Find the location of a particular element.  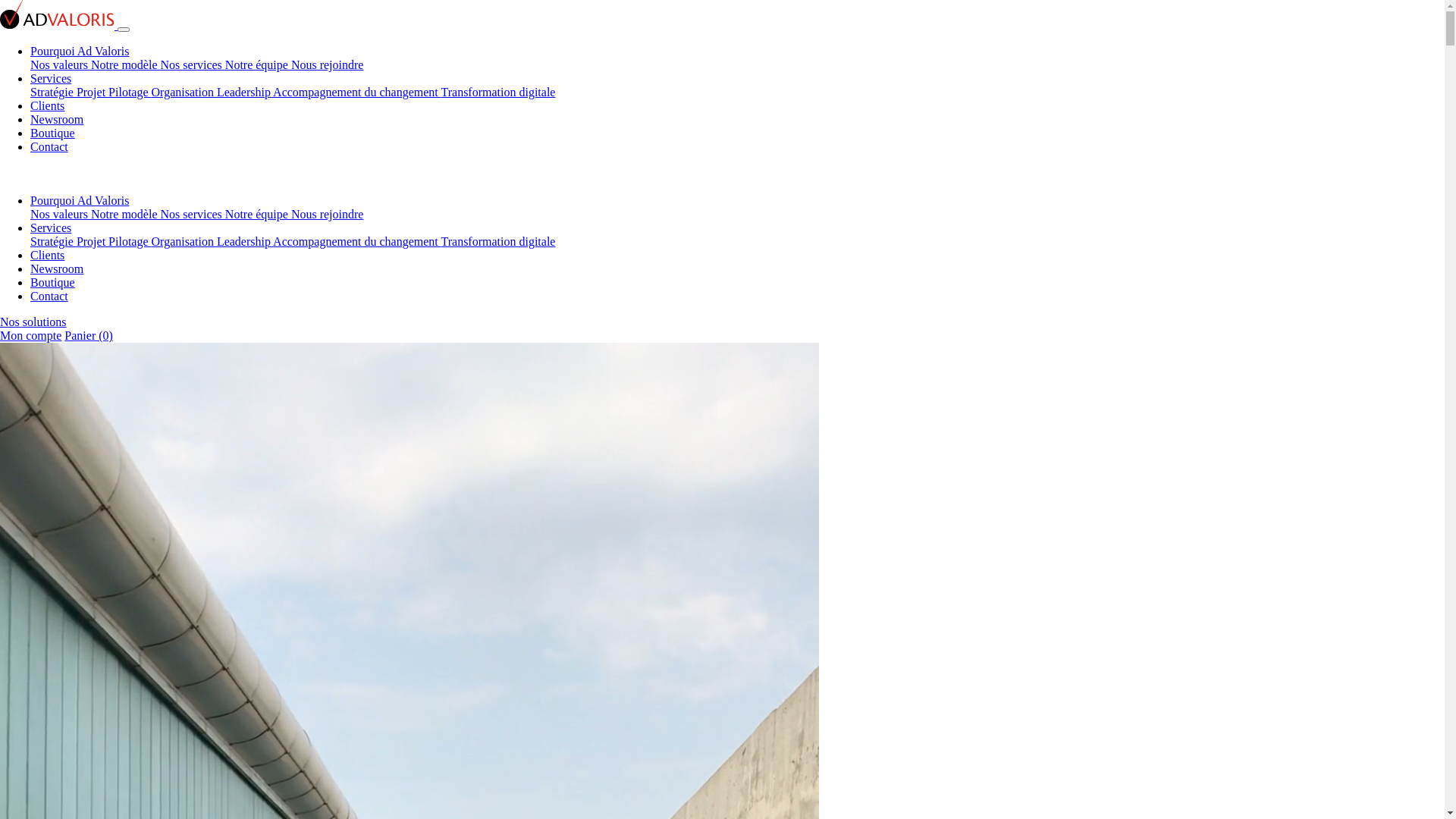

'Pilotage' is located at coordinates (130, 240).